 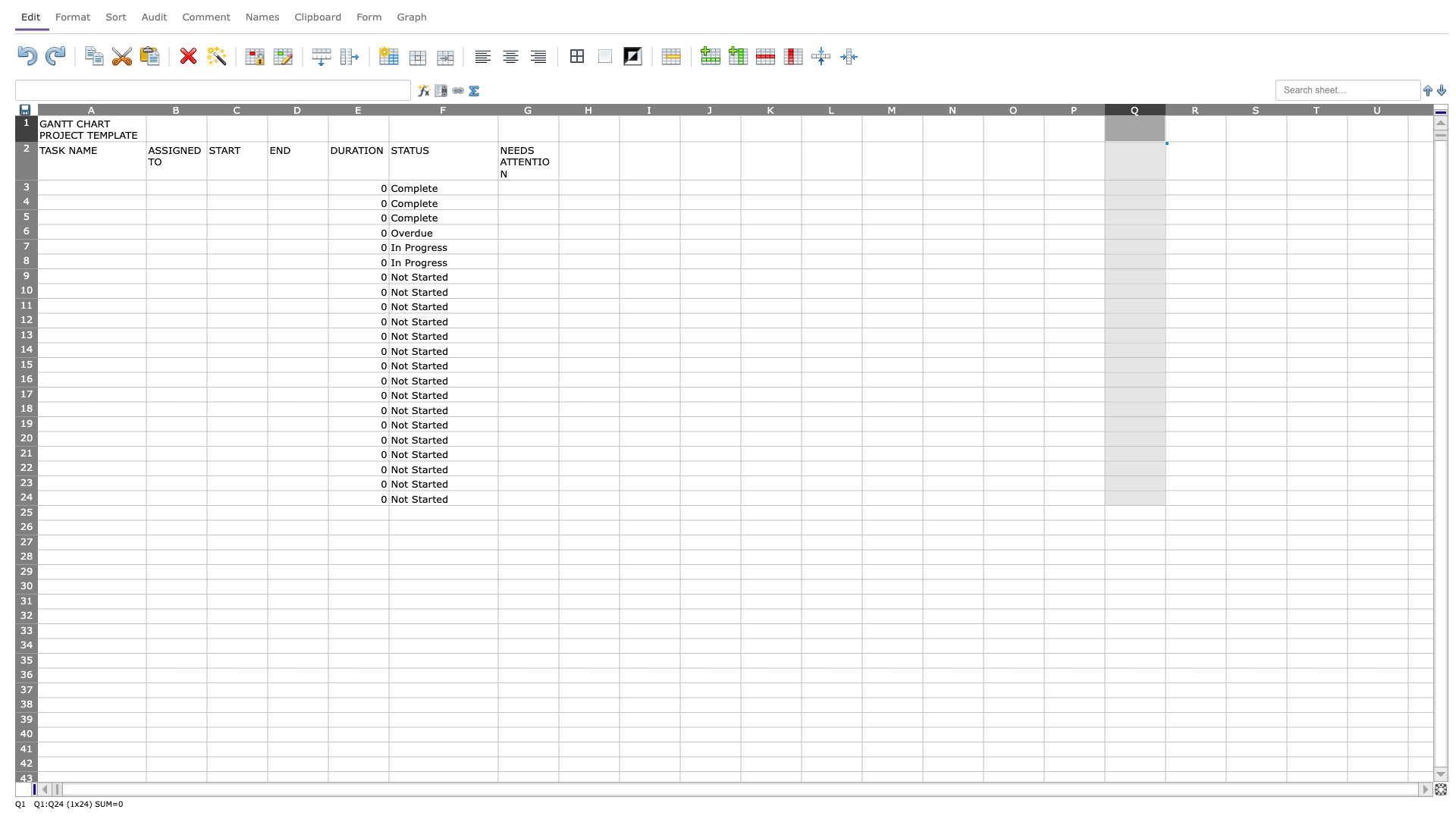 What do you see at coordinates (1226, 108) in the screenshot?
I see `Place cursor on column R's resize area` at bounding box center [1226, 108].